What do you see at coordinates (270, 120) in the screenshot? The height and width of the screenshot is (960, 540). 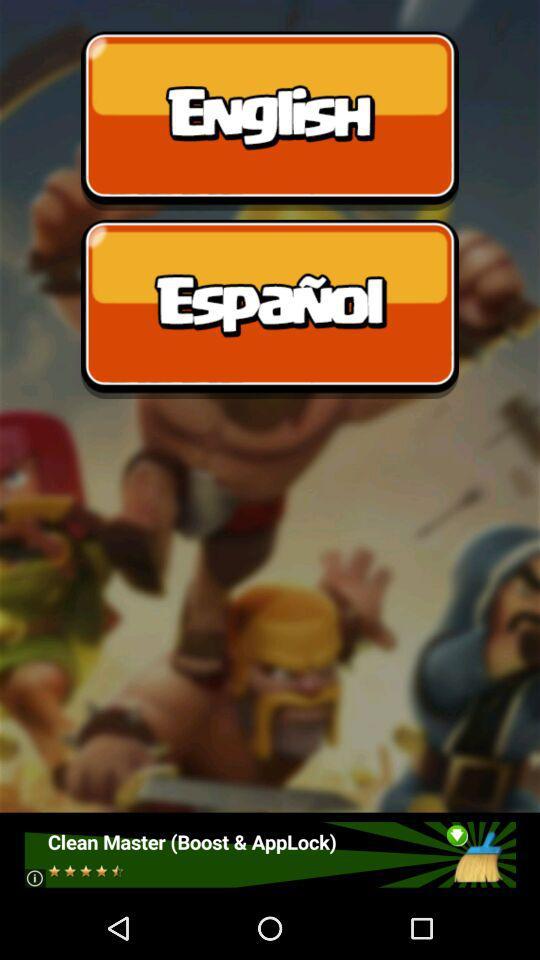 I see `english as language` at bounding box center [270, 120].